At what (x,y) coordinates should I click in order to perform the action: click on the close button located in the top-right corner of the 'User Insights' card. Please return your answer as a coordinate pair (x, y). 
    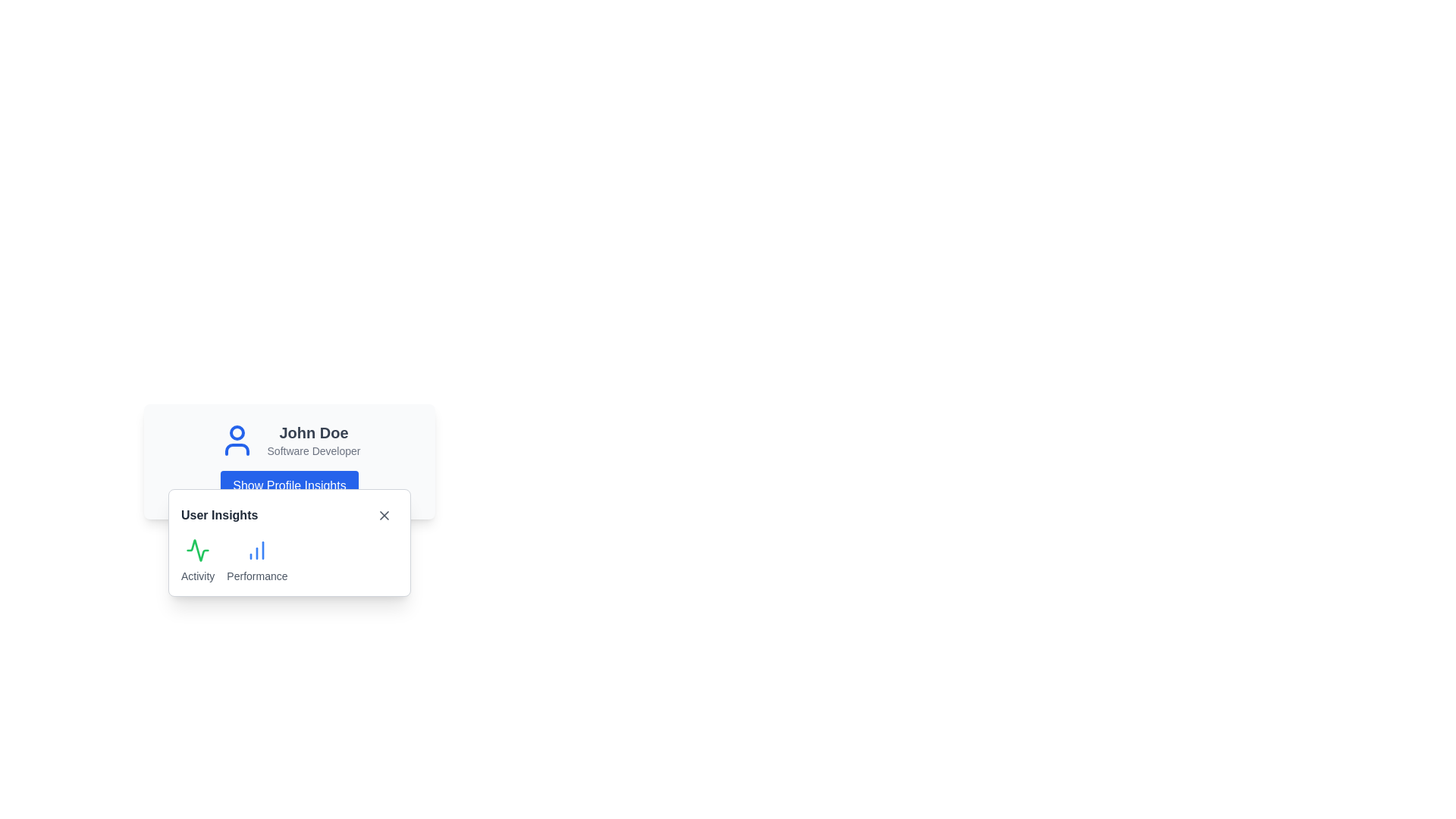
    Looking at the image, I should click on (384, 514).